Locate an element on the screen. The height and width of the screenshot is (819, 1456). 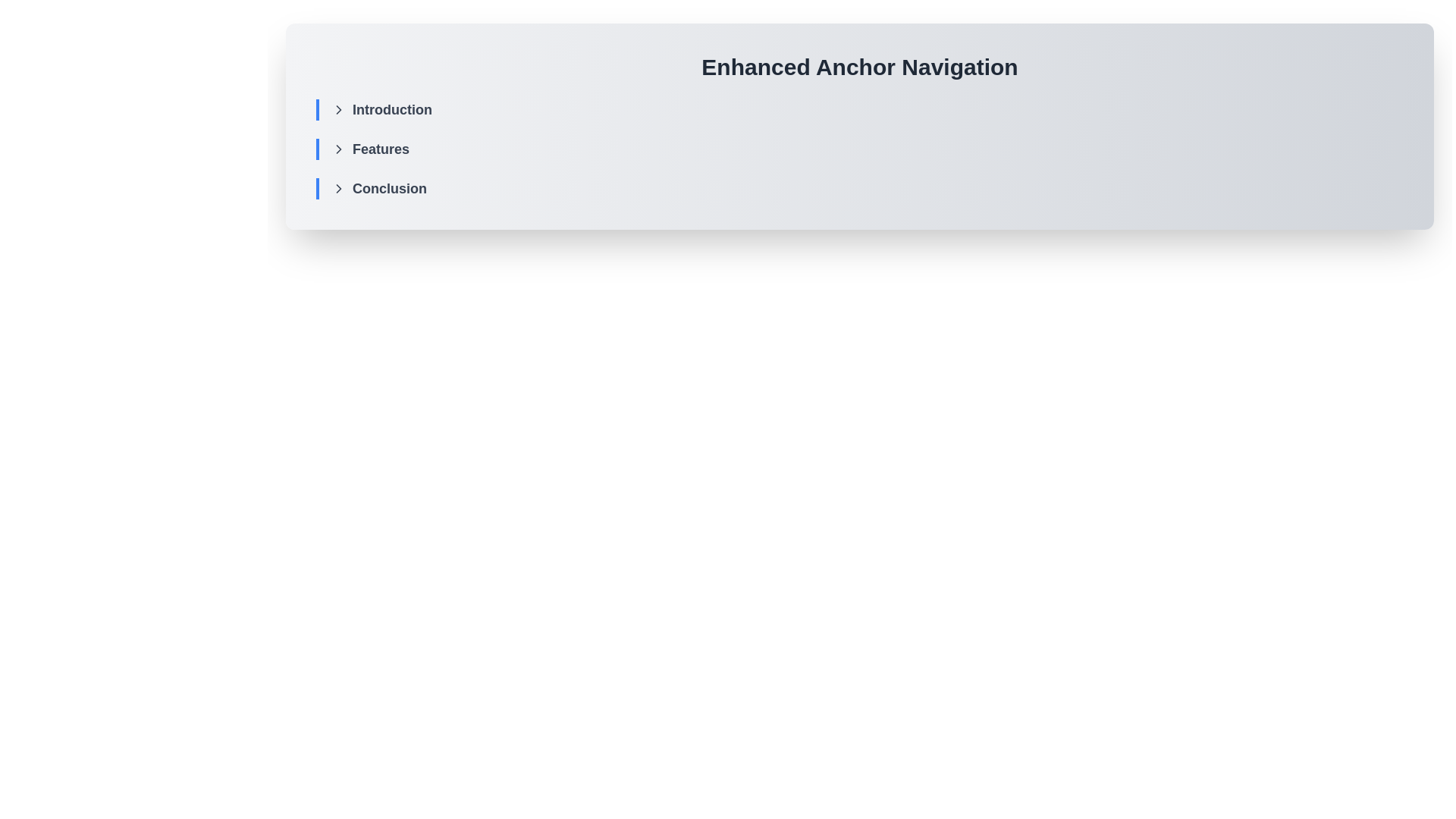
the right-pointing chevron arrow icon that indicates navigation and is positioned to the left of the 'Conclusion' item in the list is located at coordinates (337, 188).